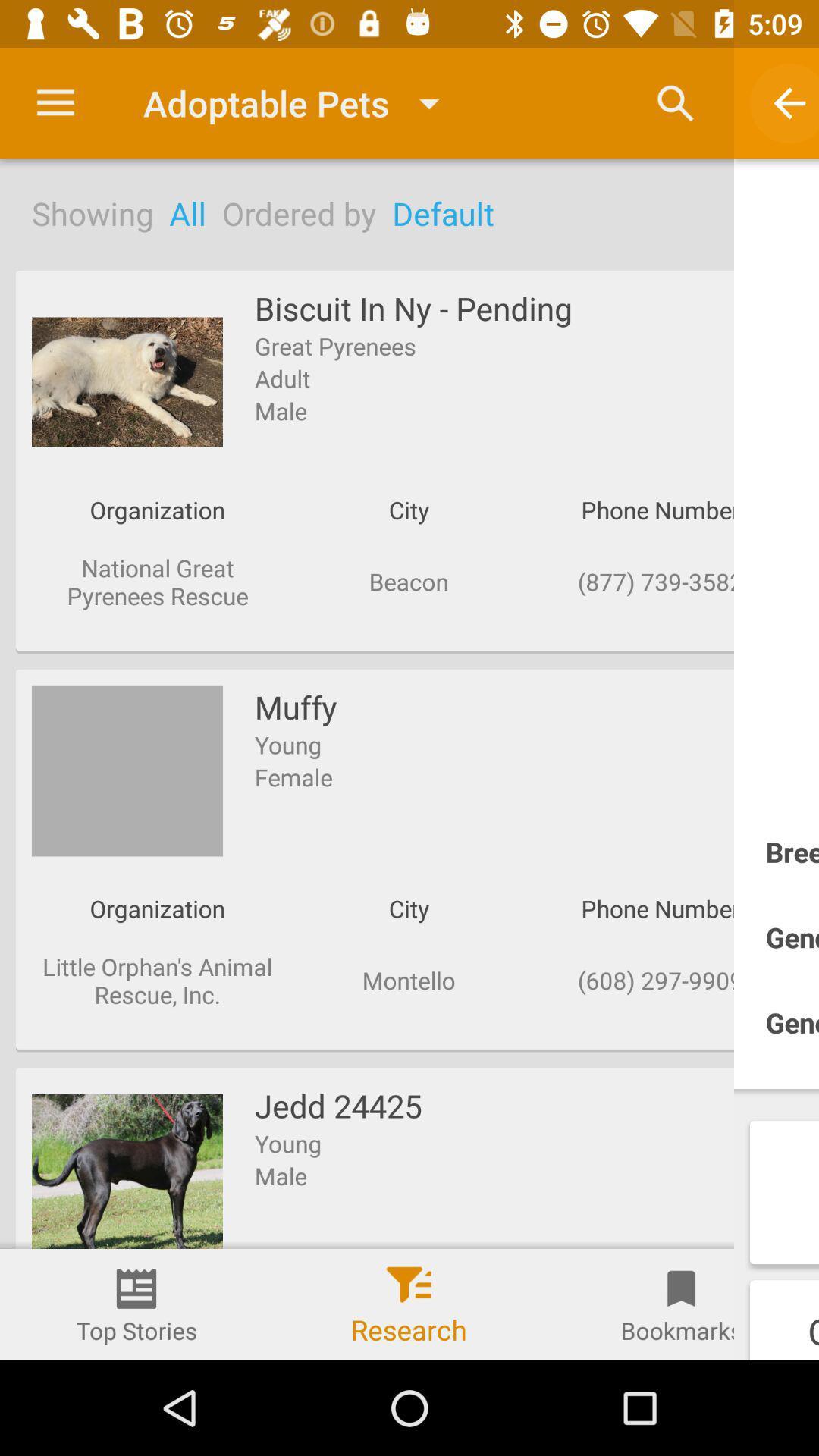 The height and width of the screenshot is (1456, 819). What do you see at coordinates (55, 102) in the screenshot?
I see `open menu` at bounding box center [55, 102].